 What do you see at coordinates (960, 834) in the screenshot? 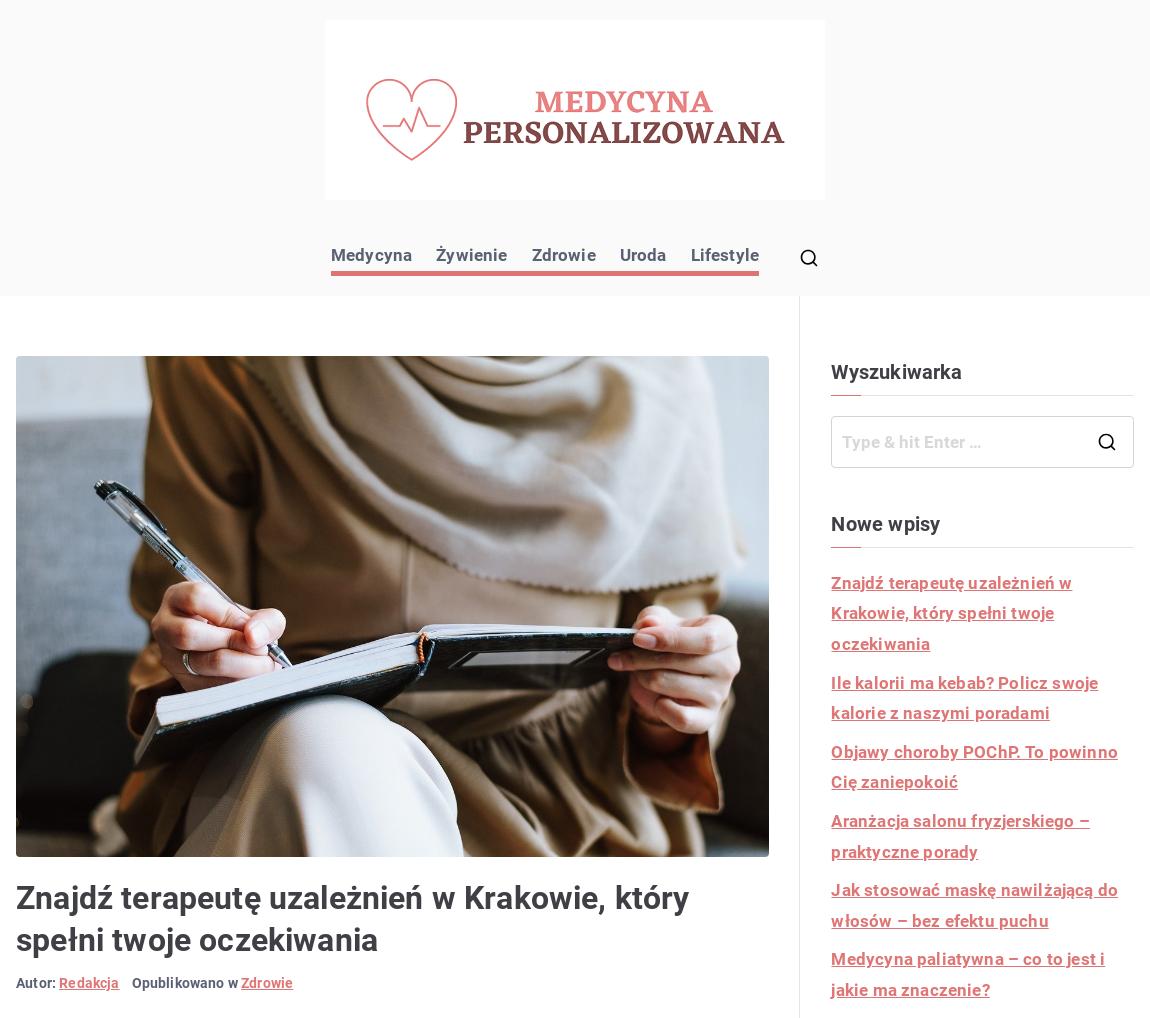
I see `'Aranżacja salonu fryzjerskiego – praktyczne porady'` at bounding box center [960, 834].